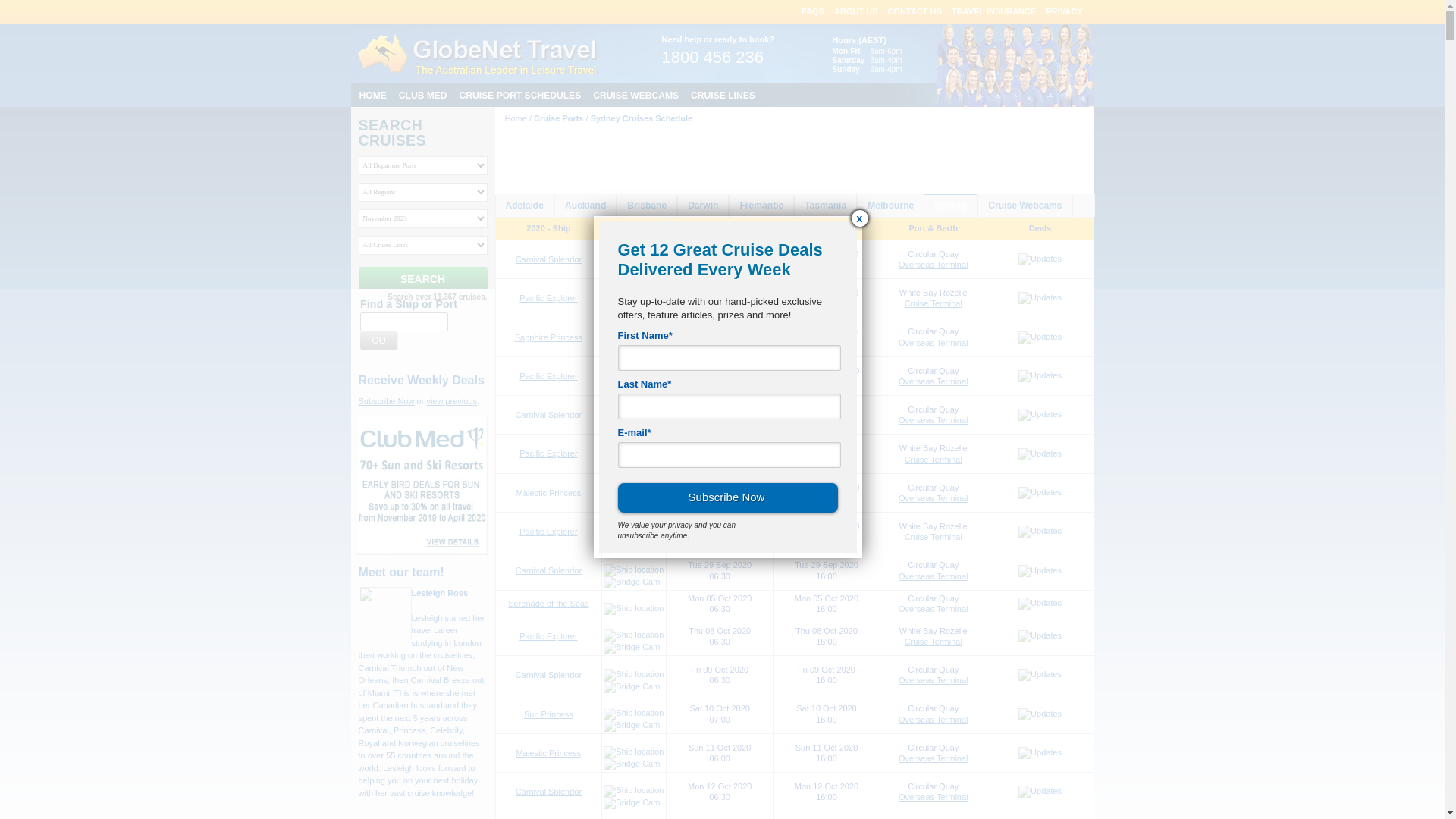 This screenshot has height=819, width=1456. What do you see at coordinates (1018, 298) in the screenshot?
I see `'Updates'` at bounding box center [1018, 298].